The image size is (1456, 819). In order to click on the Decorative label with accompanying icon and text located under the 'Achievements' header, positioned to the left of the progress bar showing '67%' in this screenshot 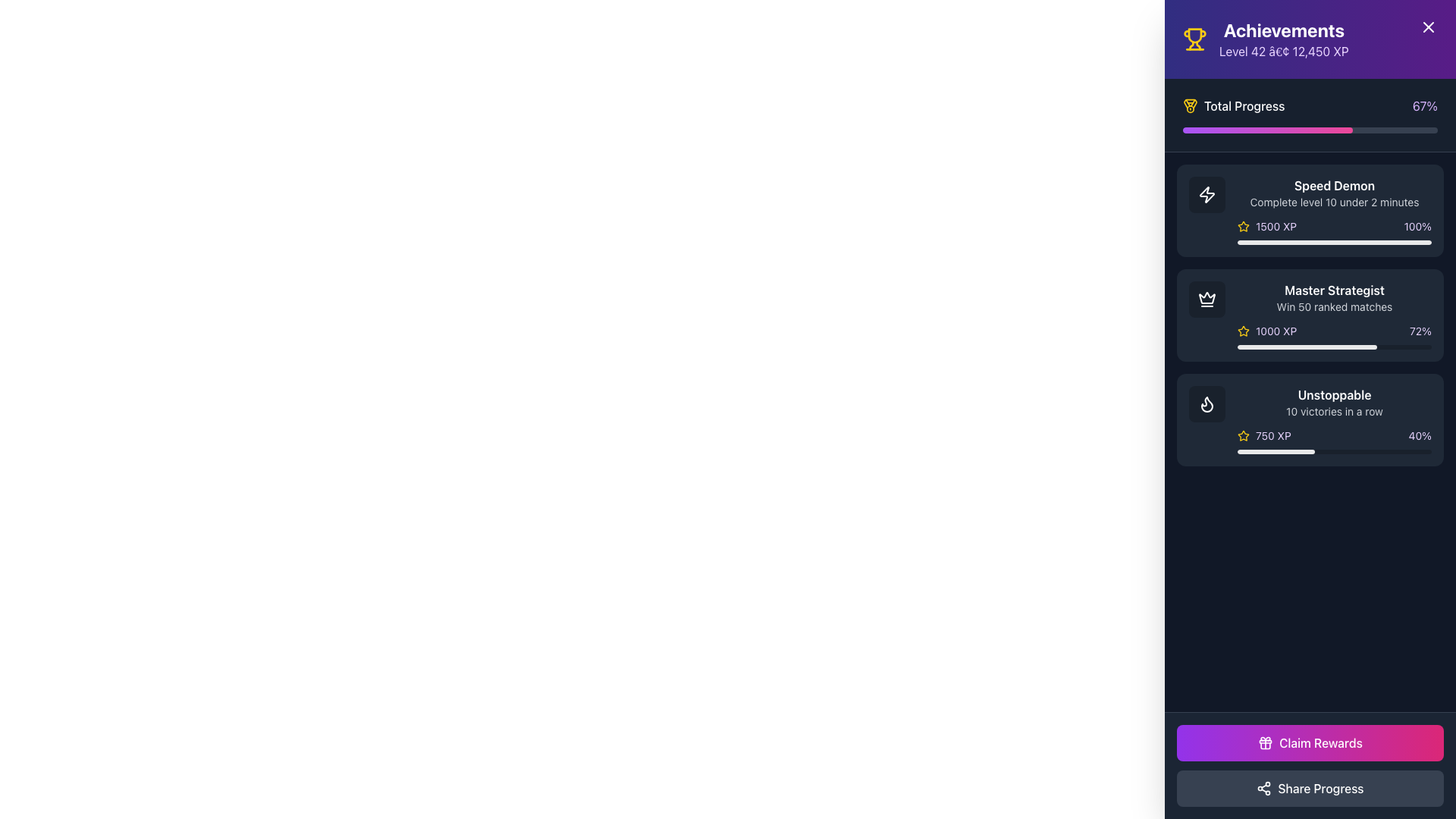, I will do `click(1234, 105)`.